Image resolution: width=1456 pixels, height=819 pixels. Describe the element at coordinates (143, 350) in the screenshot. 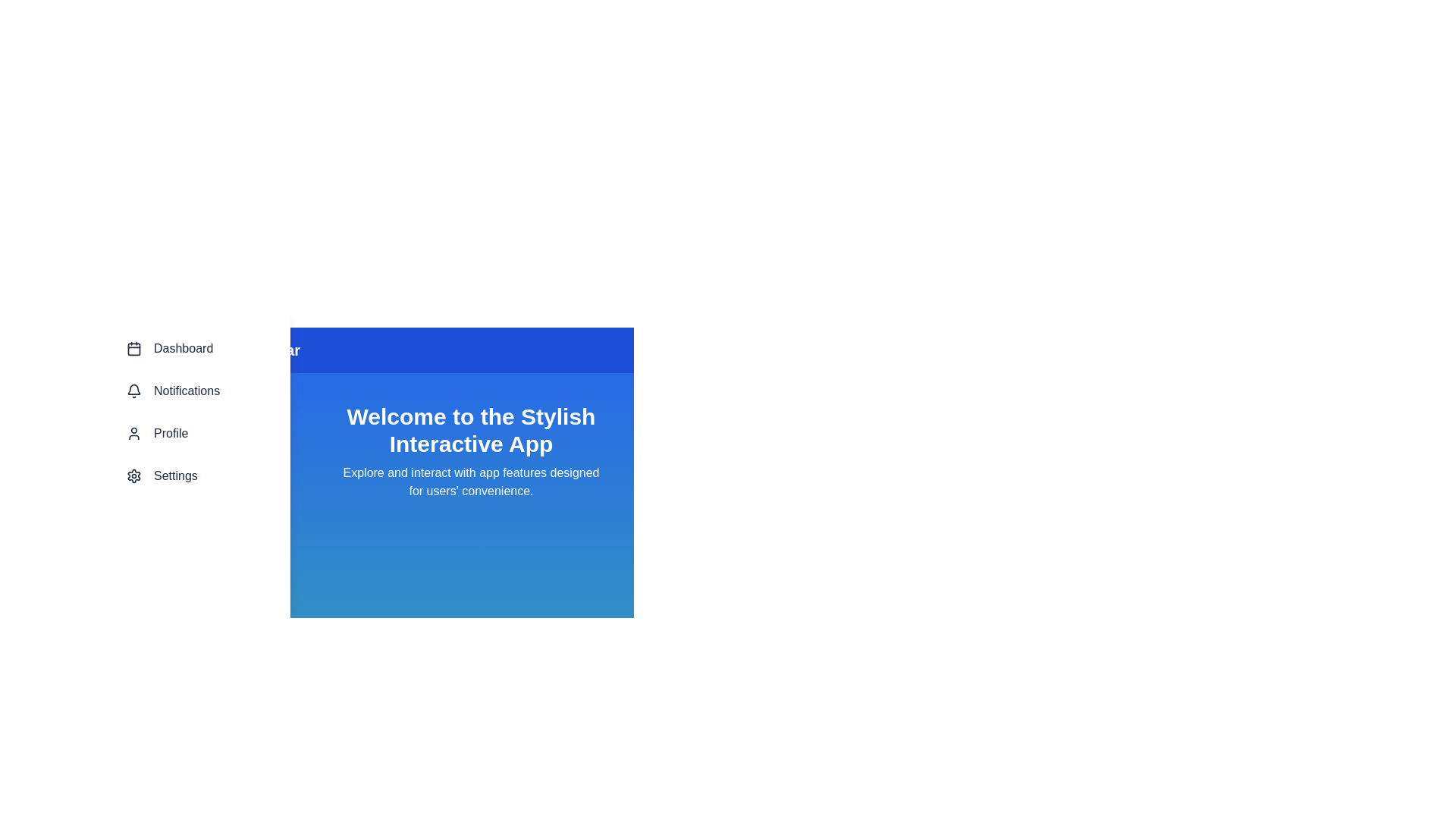

I see `the menu icon to toggle the menu visibility` at that location.